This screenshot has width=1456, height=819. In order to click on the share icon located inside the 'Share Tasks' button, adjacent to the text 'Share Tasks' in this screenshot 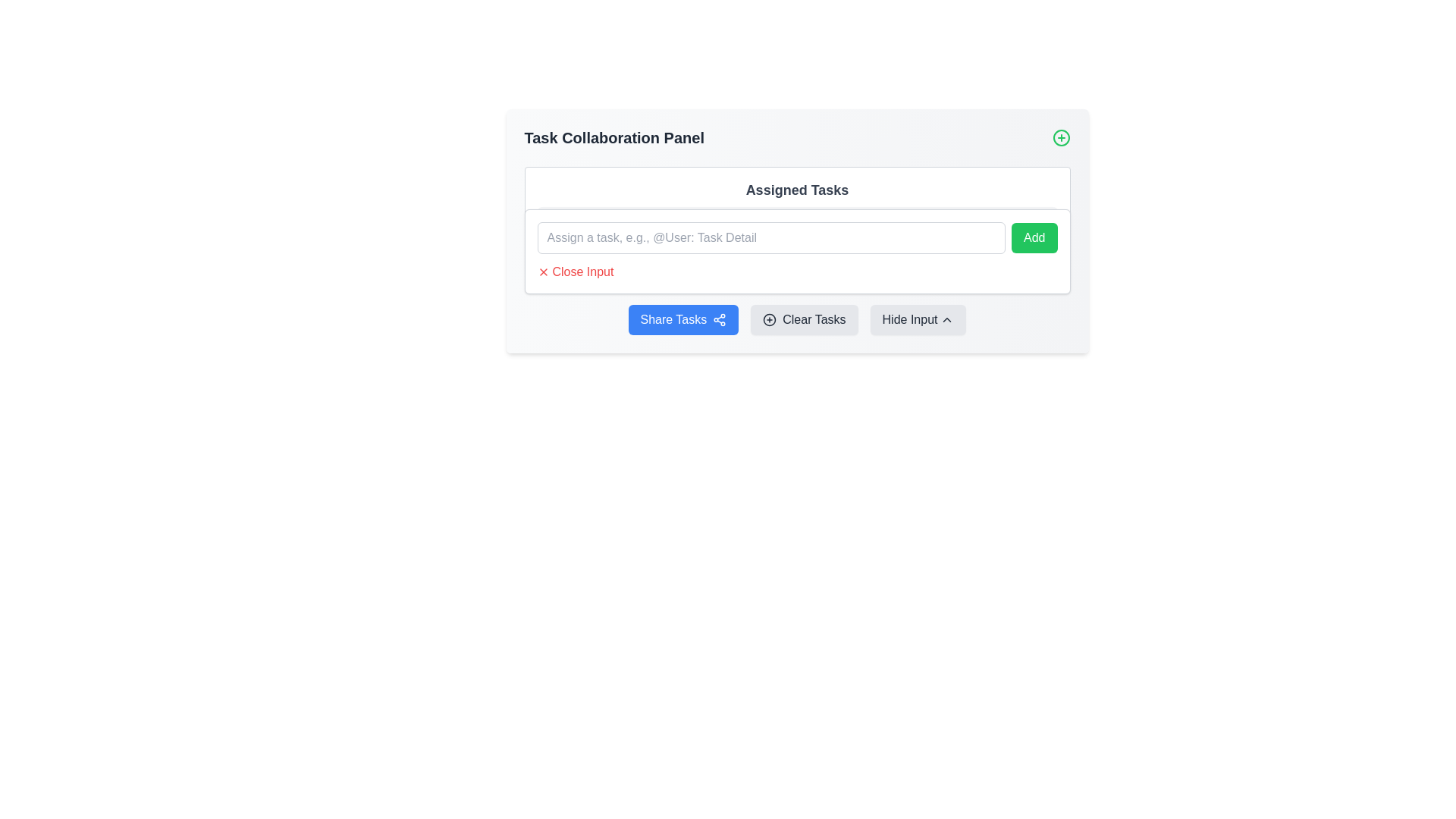, I will do `click(719, 318)`.